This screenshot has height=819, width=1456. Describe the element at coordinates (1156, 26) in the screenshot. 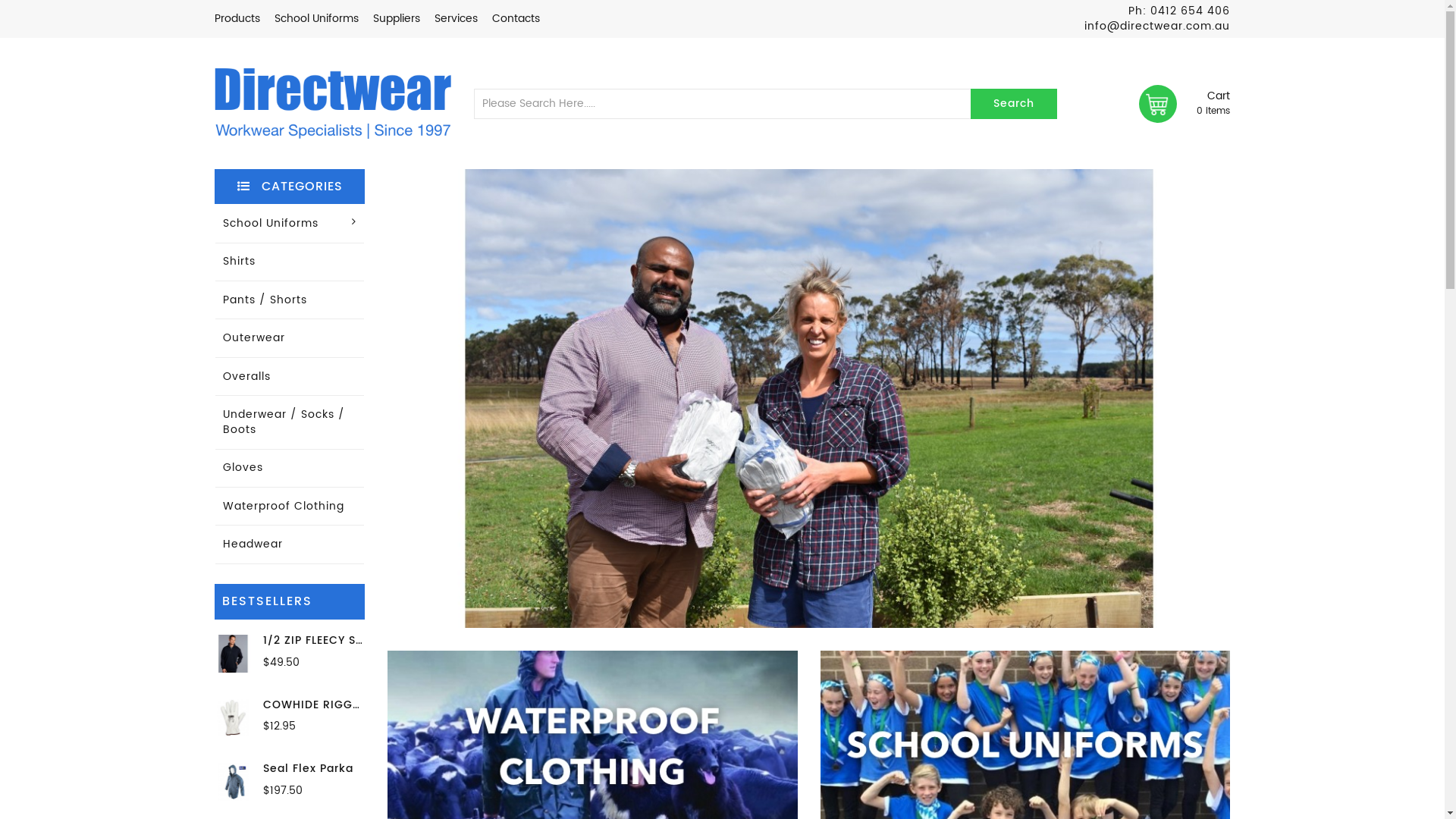

I see `'info@directwear.com.au'` at that location.